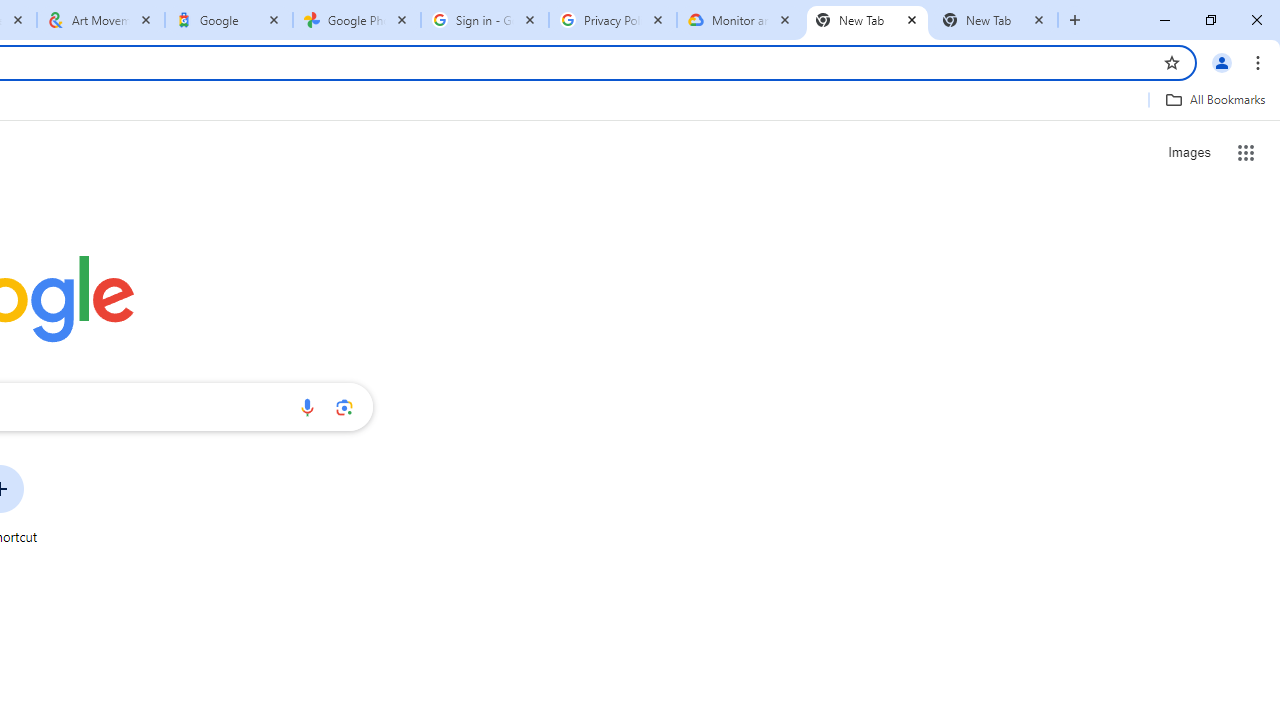  Describe the element at coordinates (867, 20) in the screenshot. I see `'New Tab'` at that location.